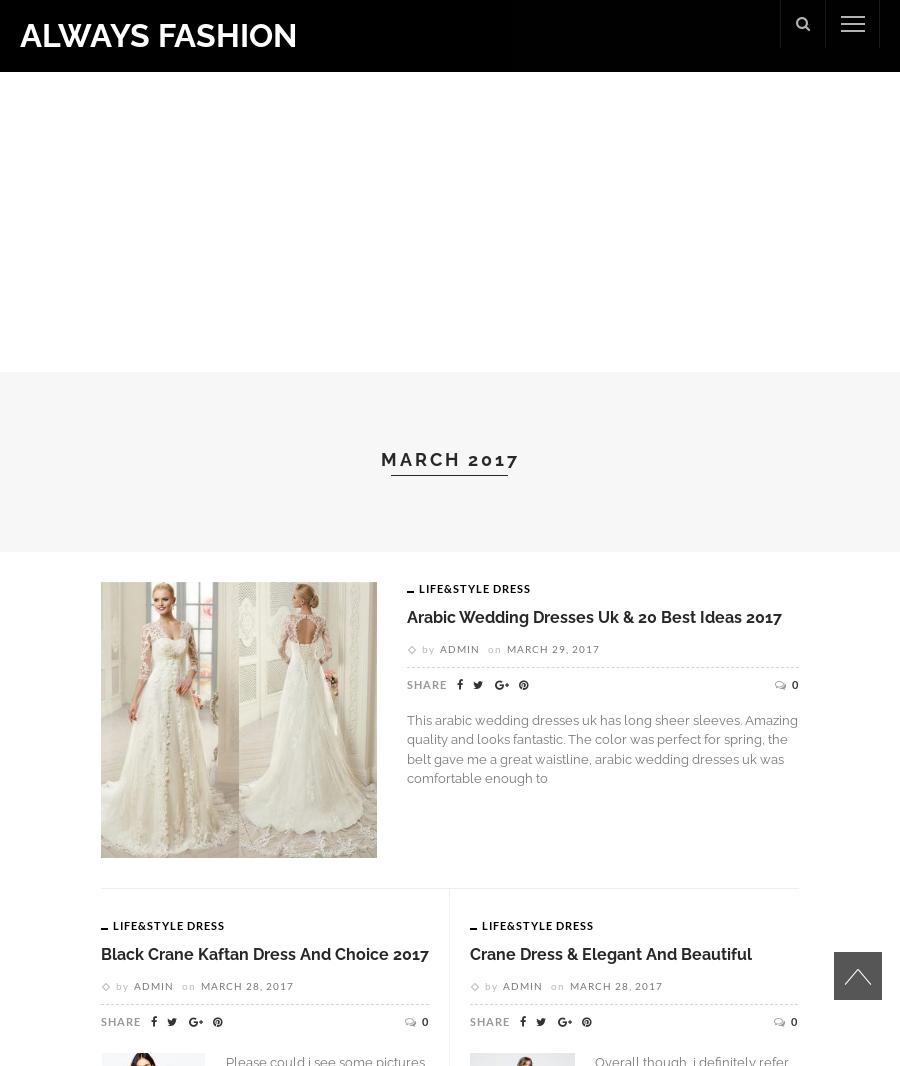  Describe the element at coordinates (379, 458) in the screenshot. I see `'March 2017'` at that location.